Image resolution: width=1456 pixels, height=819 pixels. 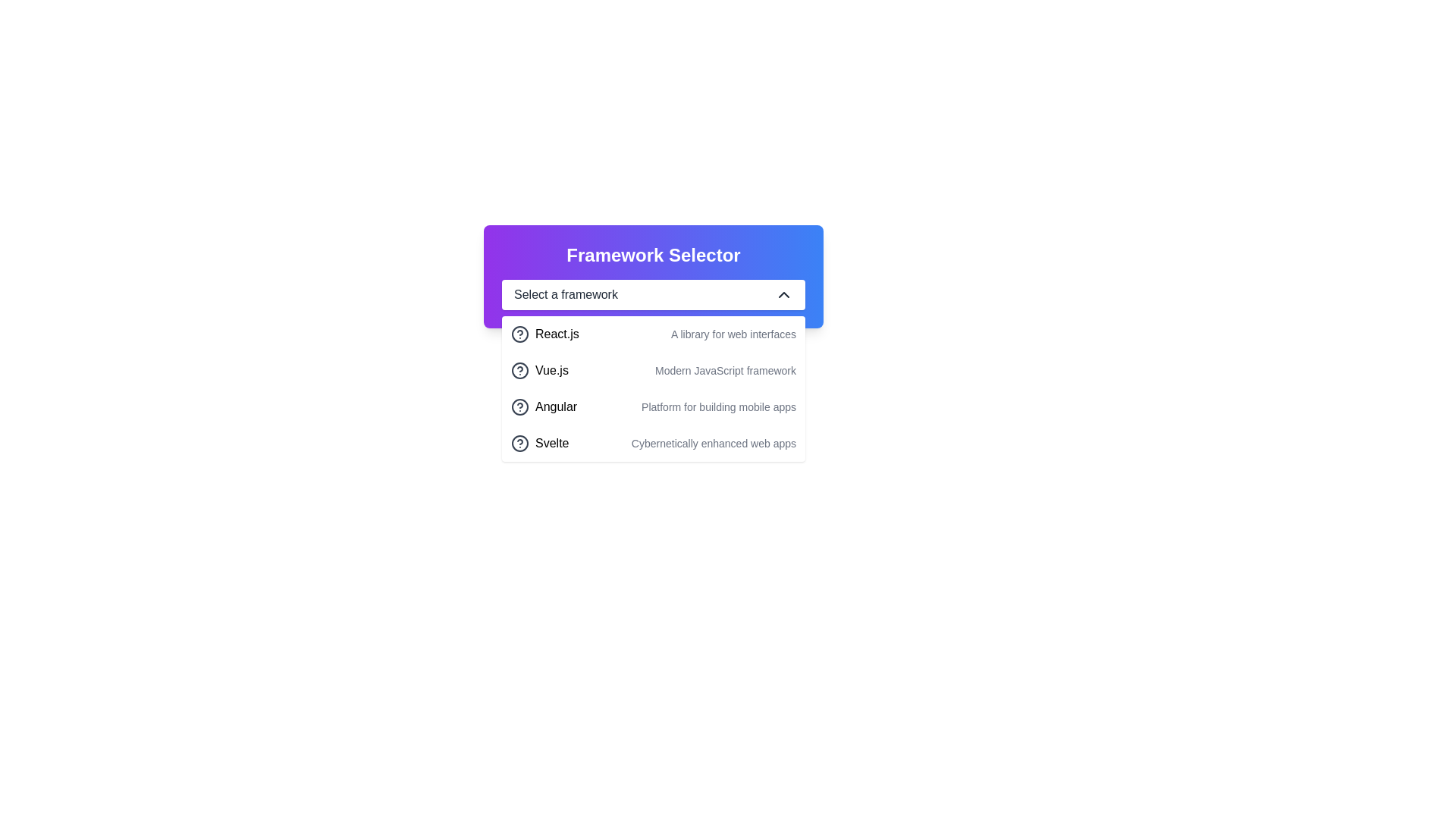 I want to click on the 'Vue.js' list item in the dropdown menu titled 'Framework Selector', so click(x=551, y=371).